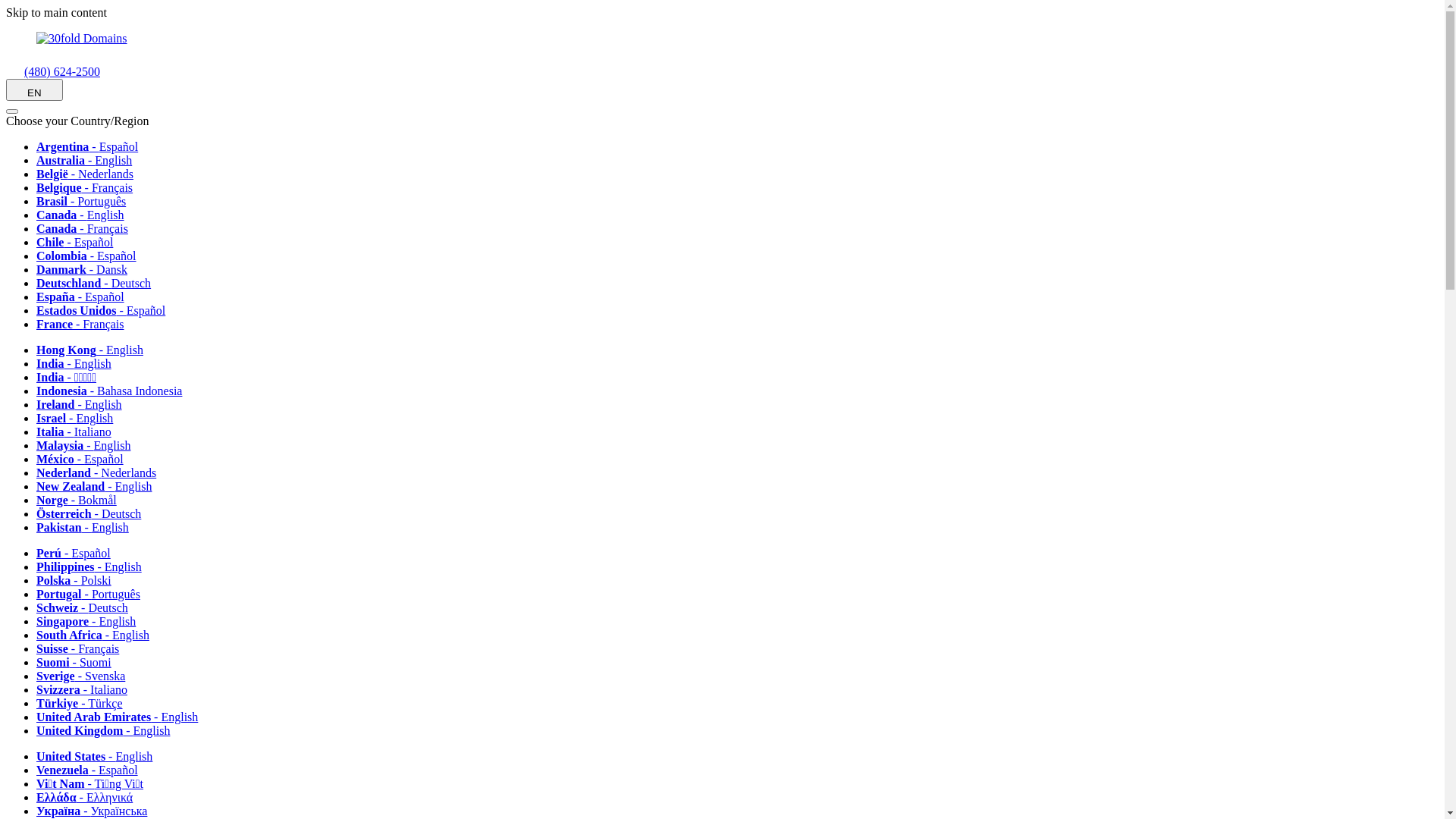  What do you see at coordinates (53, 71) in the screenshot?
I see `'(480) 624-2500'` at bounding box center [53, 71].